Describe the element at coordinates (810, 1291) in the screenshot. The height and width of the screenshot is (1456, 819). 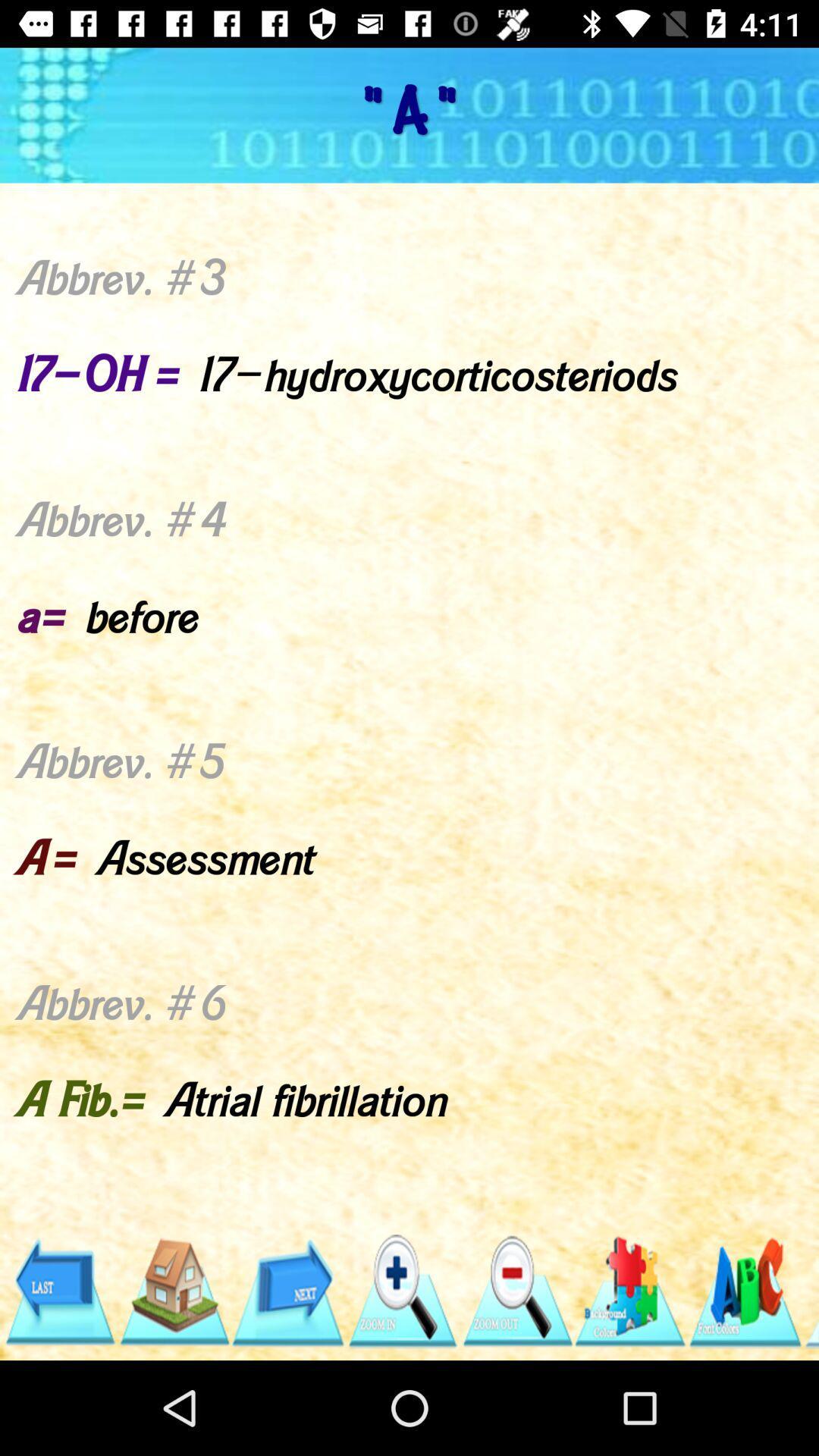
I see `the item below abbrev 	1	 	 app` at that location.